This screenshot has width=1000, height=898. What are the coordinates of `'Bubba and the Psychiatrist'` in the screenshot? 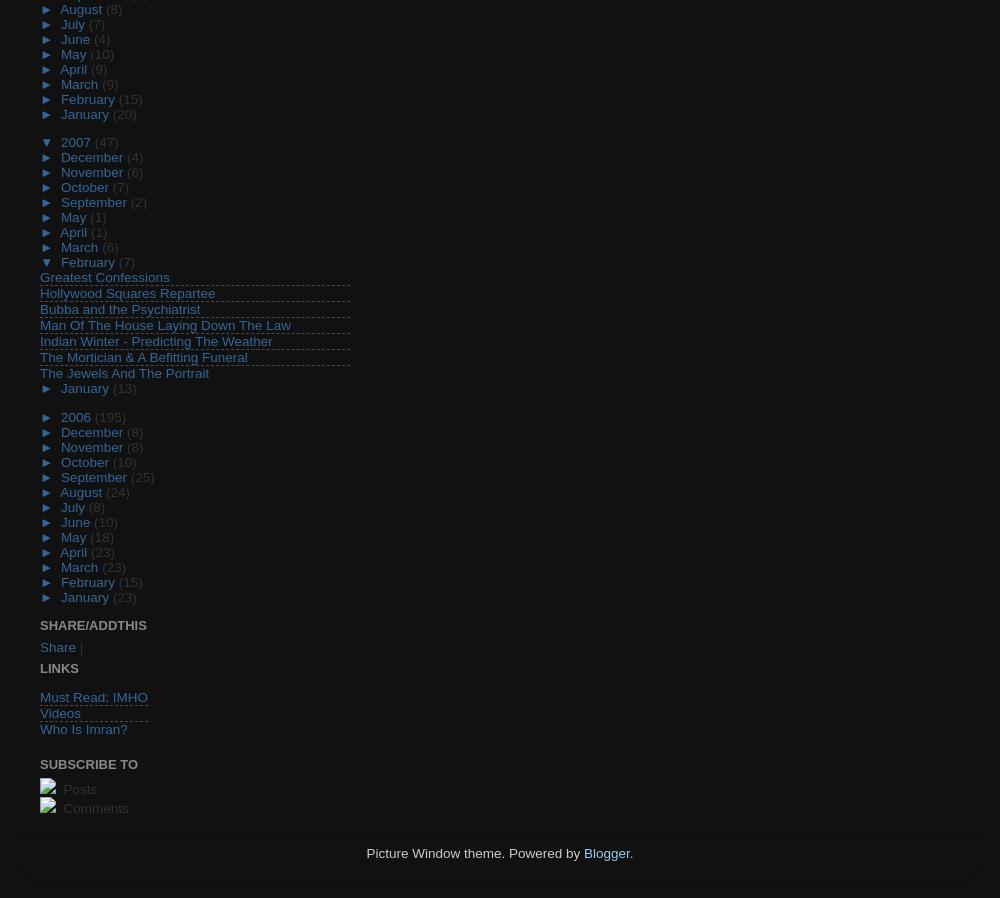 It's located at (40, 309).